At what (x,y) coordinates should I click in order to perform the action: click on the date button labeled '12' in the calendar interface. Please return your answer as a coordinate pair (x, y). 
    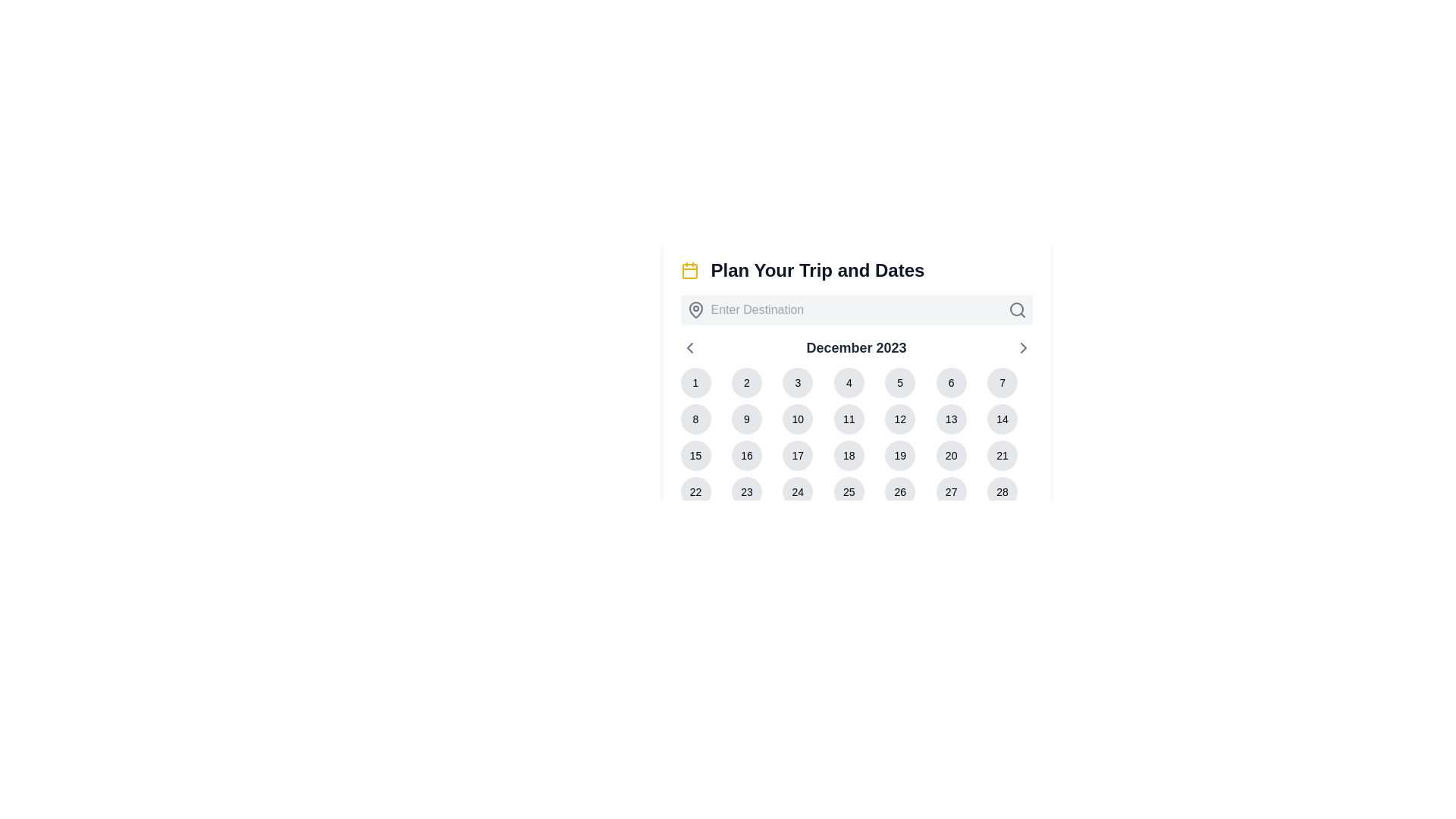
    Looking at the image, I should click on (900, 419).